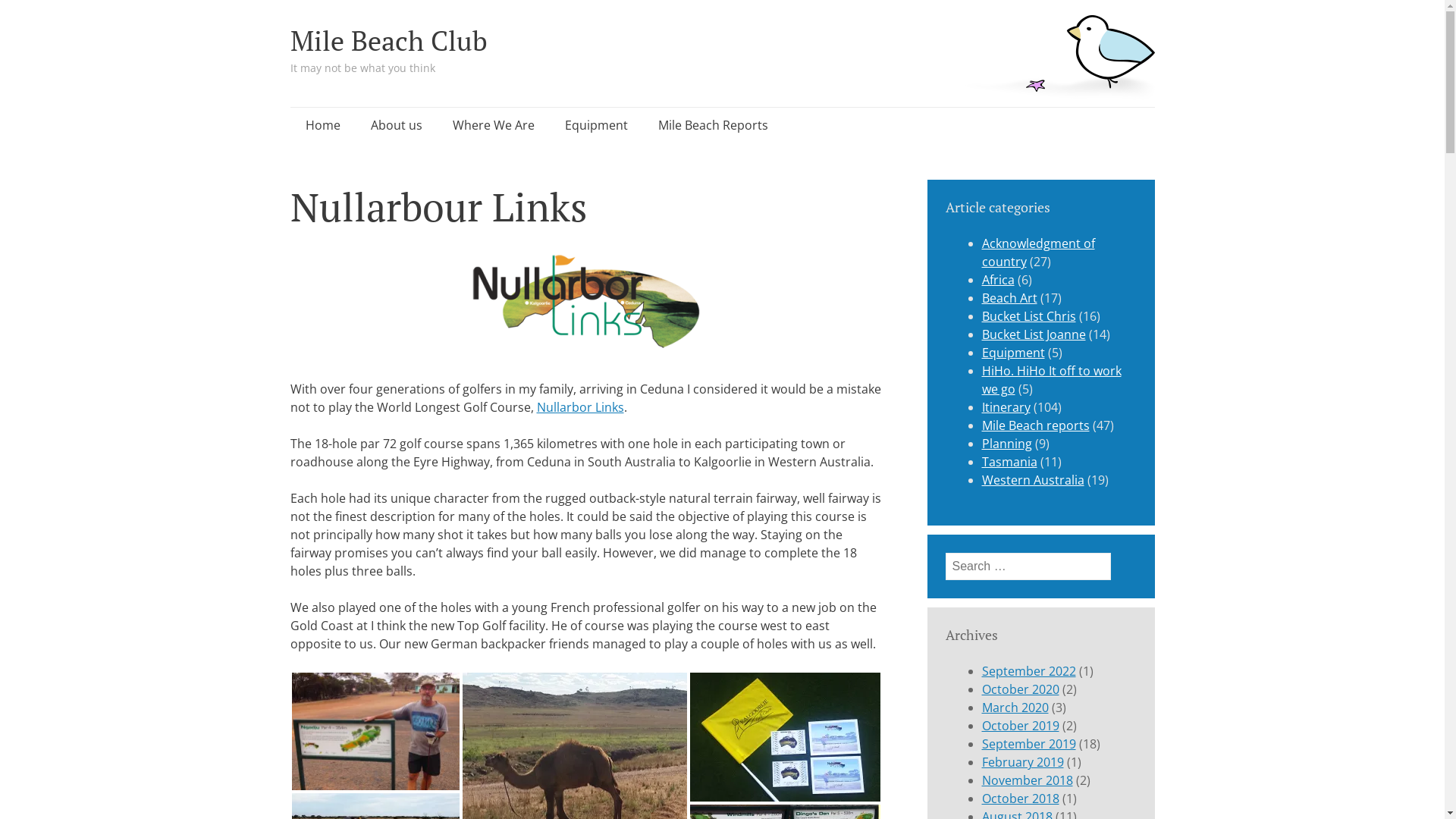  I want to click on 'February 2019', so click(1022, 762).